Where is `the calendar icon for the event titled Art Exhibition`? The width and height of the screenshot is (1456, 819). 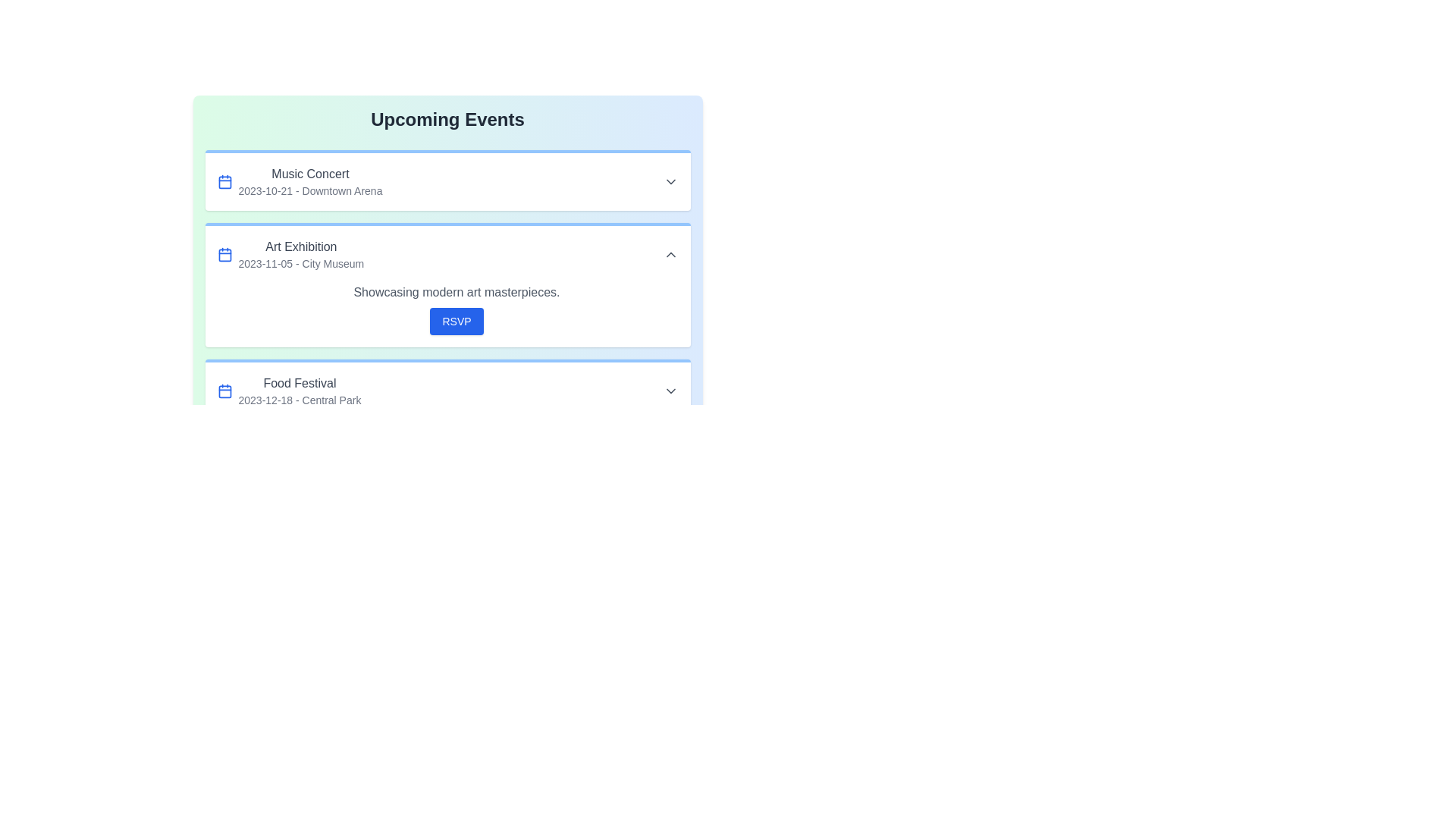 the calendar icon for the event titled Art Exhibition is located at coordinates (224, 253).